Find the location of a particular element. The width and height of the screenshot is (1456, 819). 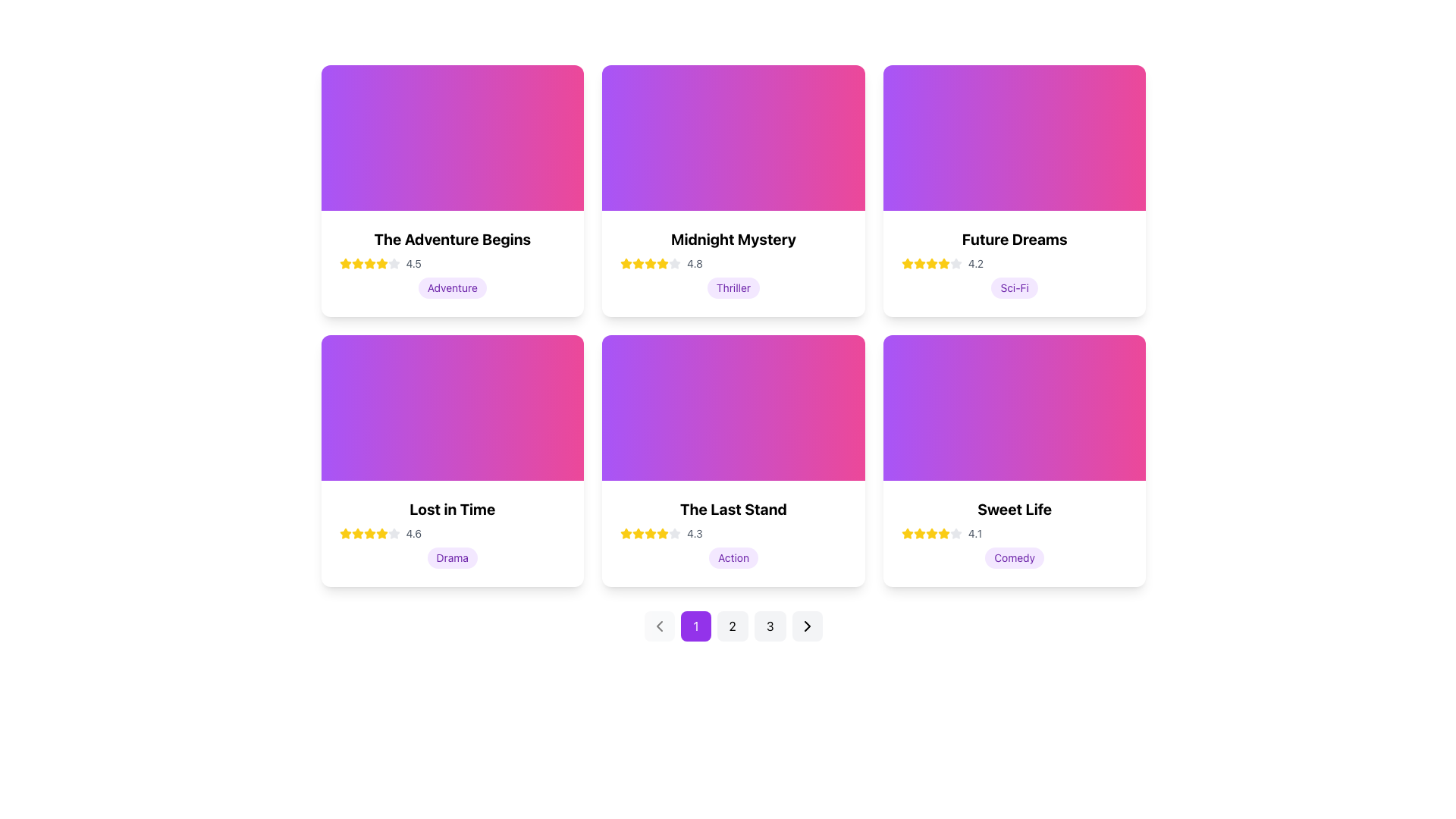

the Rating display widget showing a rating of '4.2' with five star icons, four filled and one outlined, located beneath the title 'Future Dreams' is located at coordinates (1015, 262).